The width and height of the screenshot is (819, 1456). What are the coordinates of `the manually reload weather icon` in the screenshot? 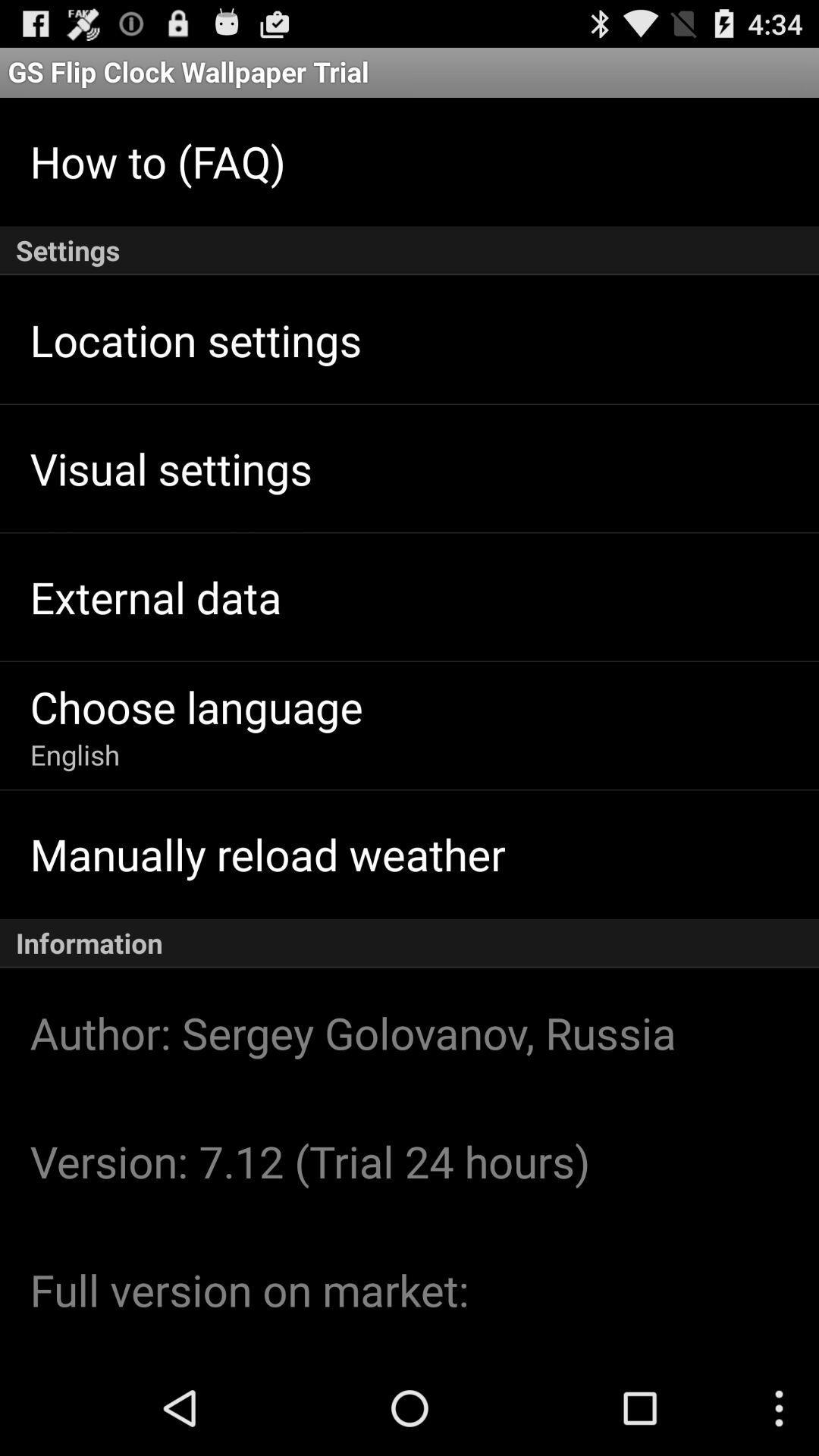 It's located at (267, 854).